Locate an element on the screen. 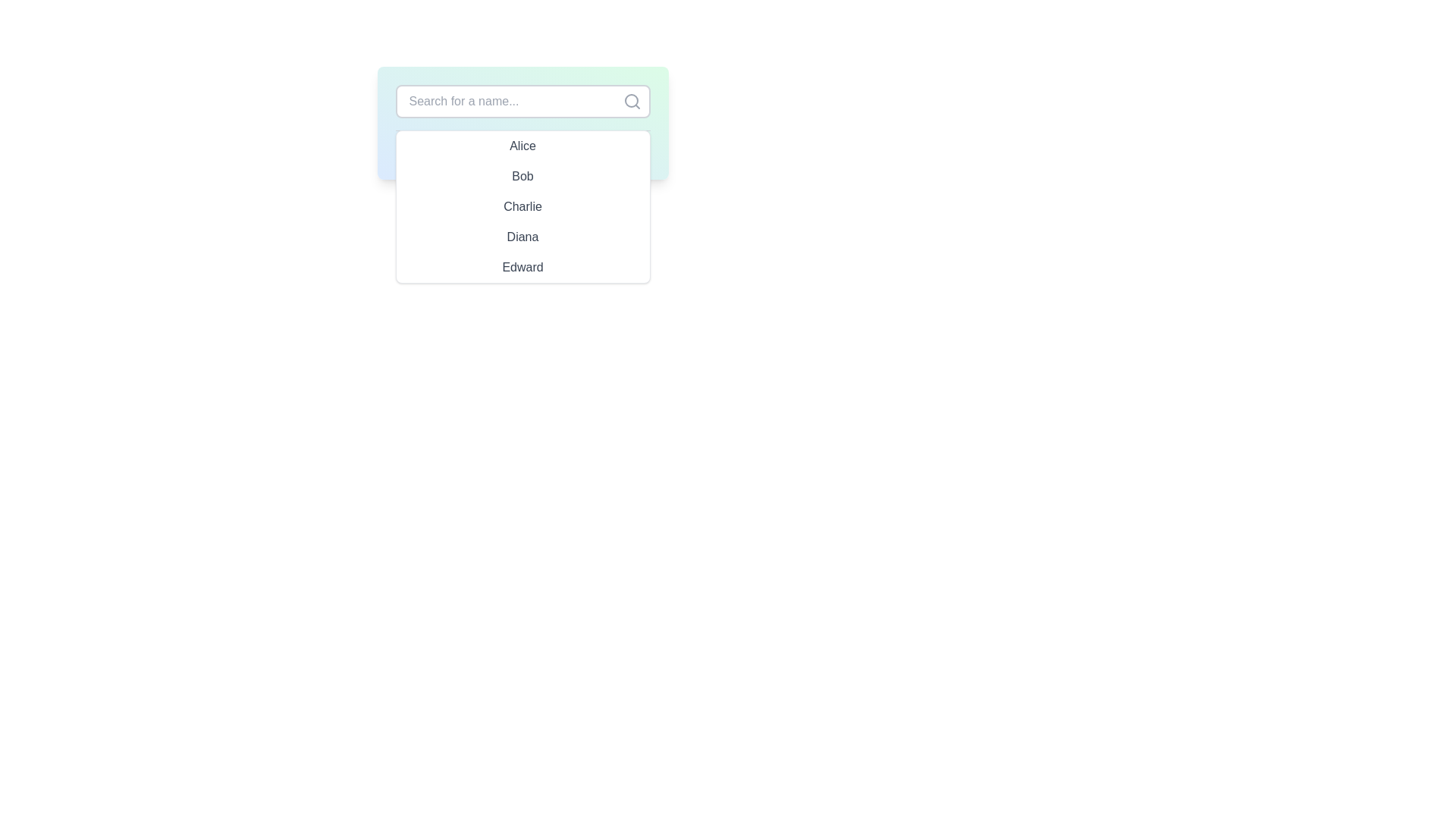  the selectable list item displaying the name 'Bob' in gray color is located at coordinates (522, 175).